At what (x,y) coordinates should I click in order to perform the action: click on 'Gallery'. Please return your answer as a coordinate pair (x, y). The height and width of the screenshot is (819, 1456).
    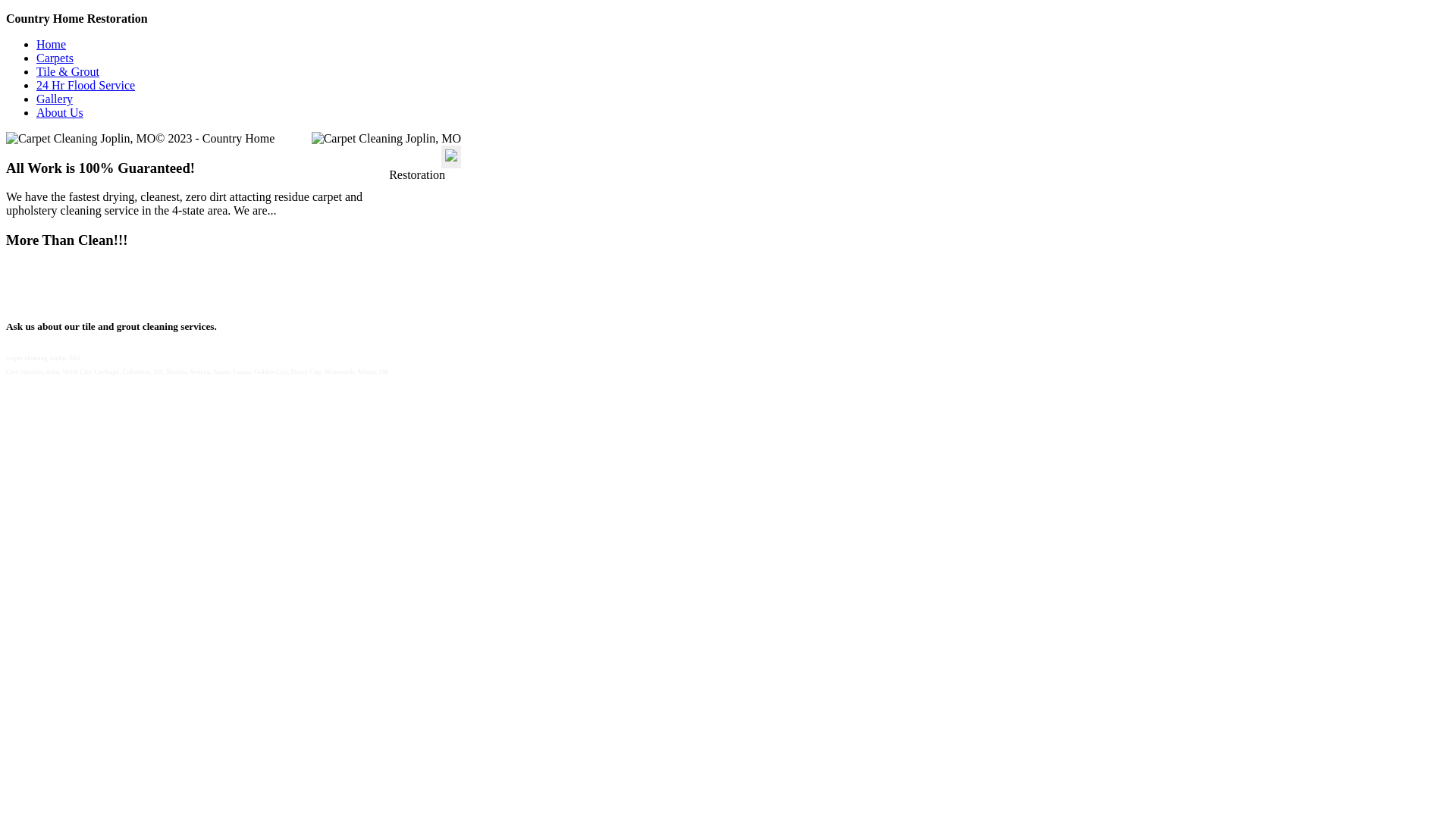
    Looking at the image, I should click on (55, 99).